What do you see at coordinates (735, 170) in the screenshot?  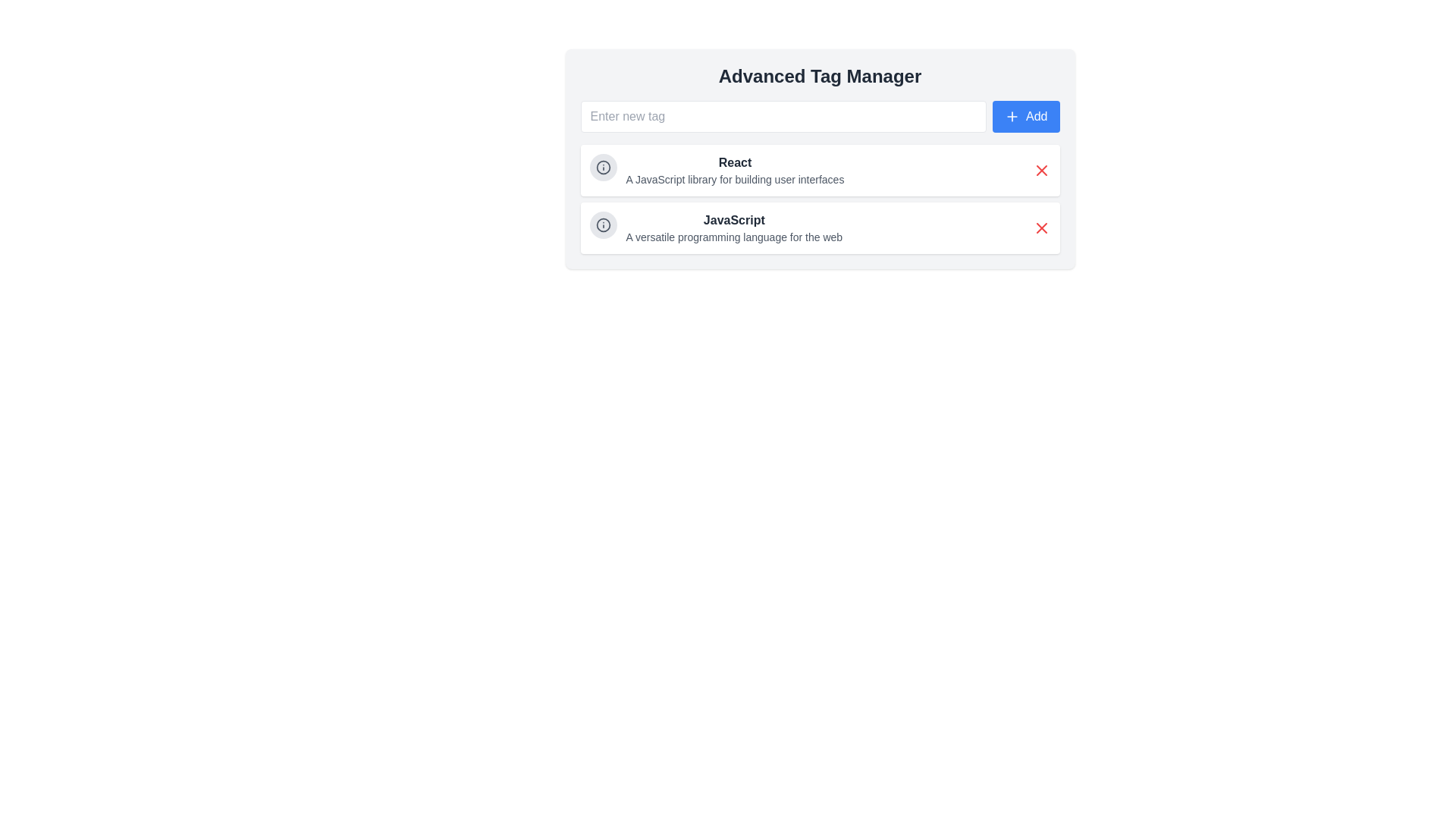 I see `the 'React' JavaScript library Text Display, which serves as a descriptive header in the central panel of the list` at bounding box center [735, 170].